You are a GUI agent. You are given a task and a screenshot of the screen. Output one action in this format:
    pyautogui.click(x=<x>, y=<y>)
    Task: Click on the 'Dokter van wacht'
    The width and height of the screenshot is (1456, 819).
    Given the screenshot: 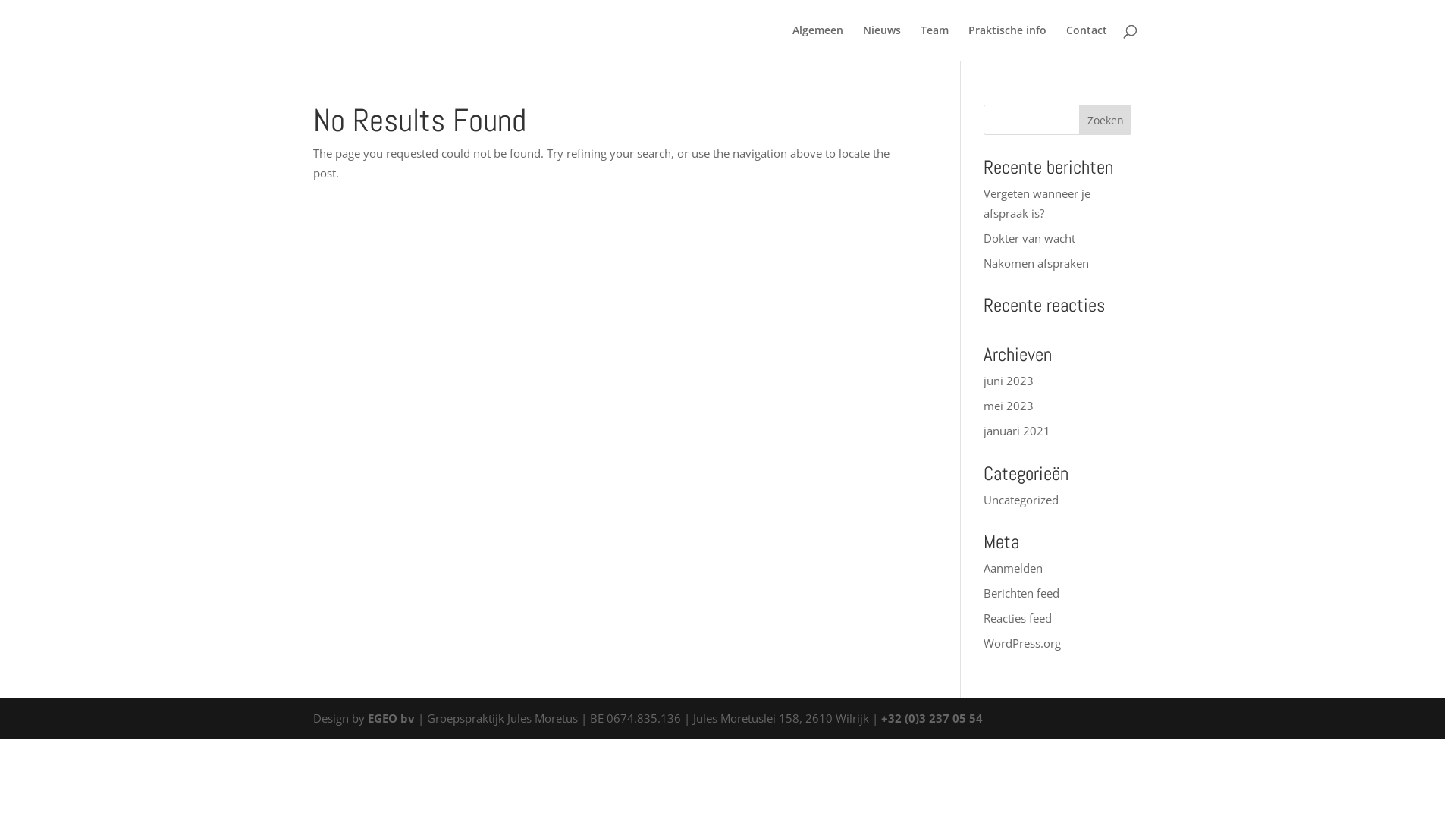 What is the action you would take?
    pyautogui.click(x=1029, y=237)
    